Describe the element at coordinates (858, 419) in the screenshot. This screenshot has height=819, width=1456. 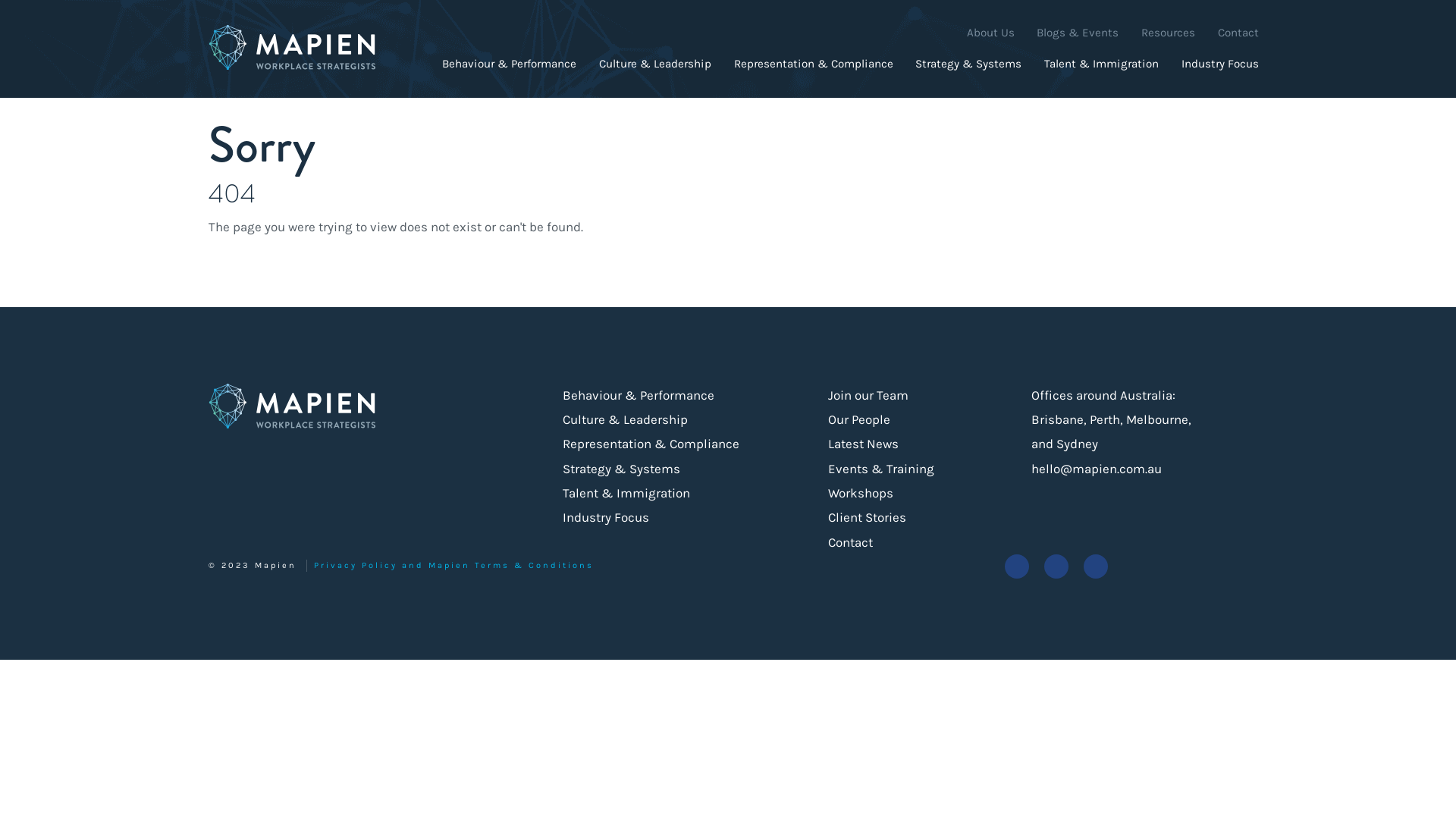
I see `'Our People'` at that location.